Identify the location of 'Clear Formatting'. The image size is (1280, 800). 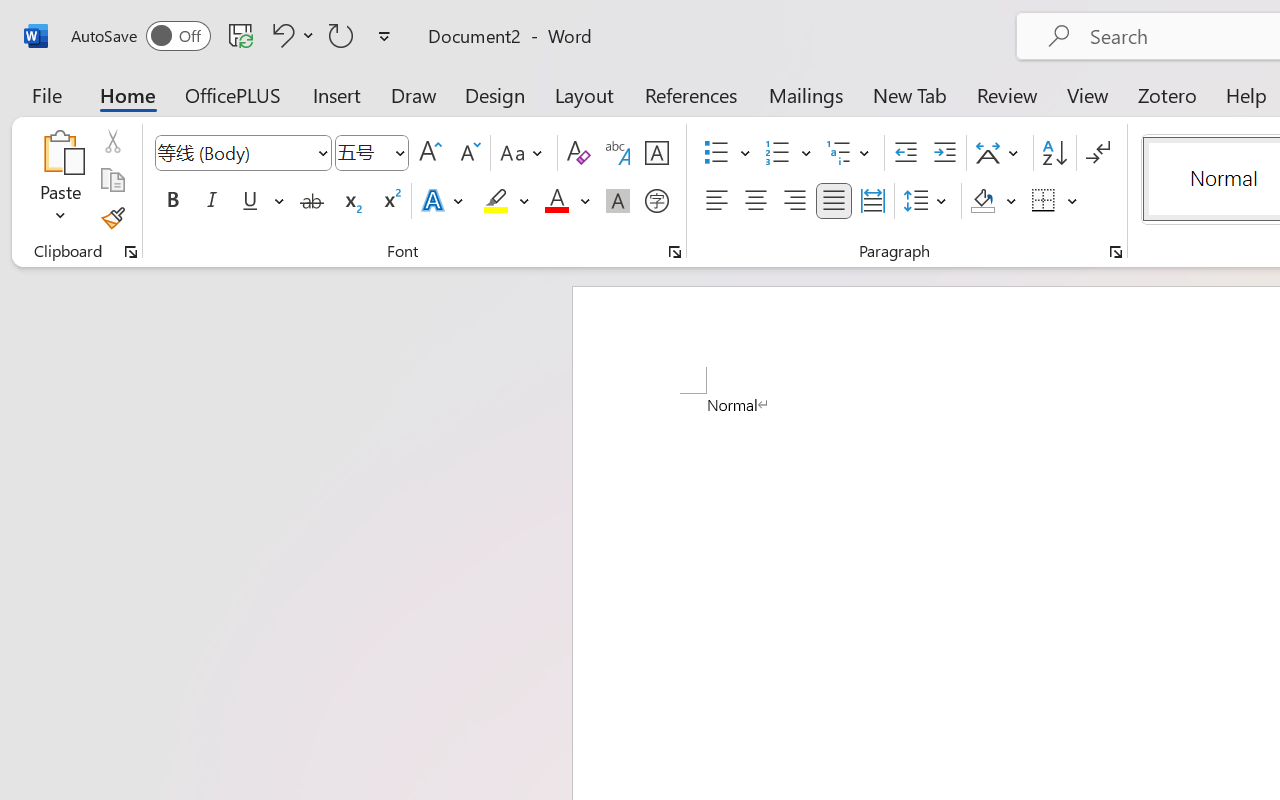
(577, 153).